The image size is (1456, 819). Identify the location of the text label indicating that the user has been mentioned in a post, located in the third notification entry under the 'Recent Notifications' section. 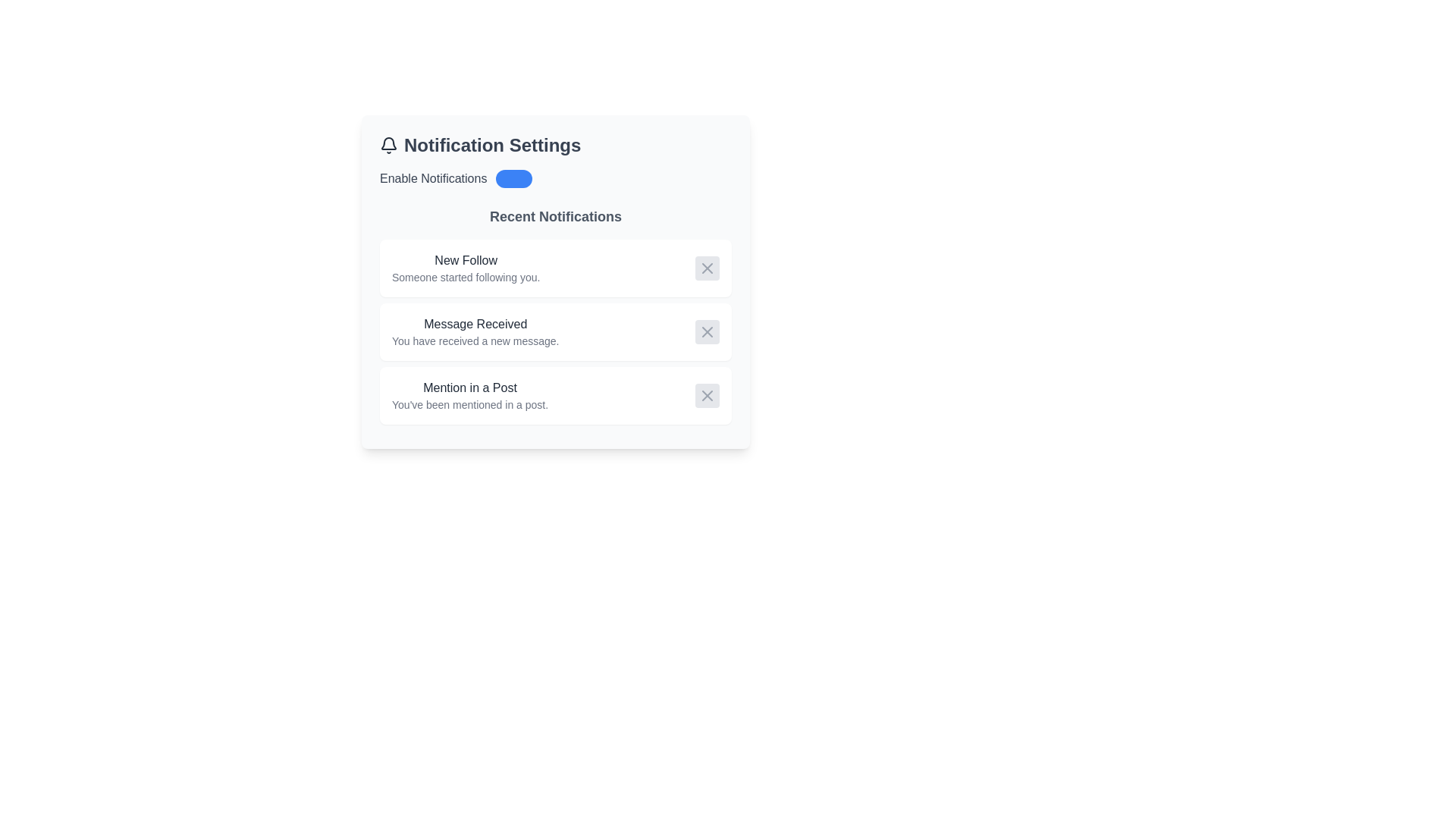
(469, 388).